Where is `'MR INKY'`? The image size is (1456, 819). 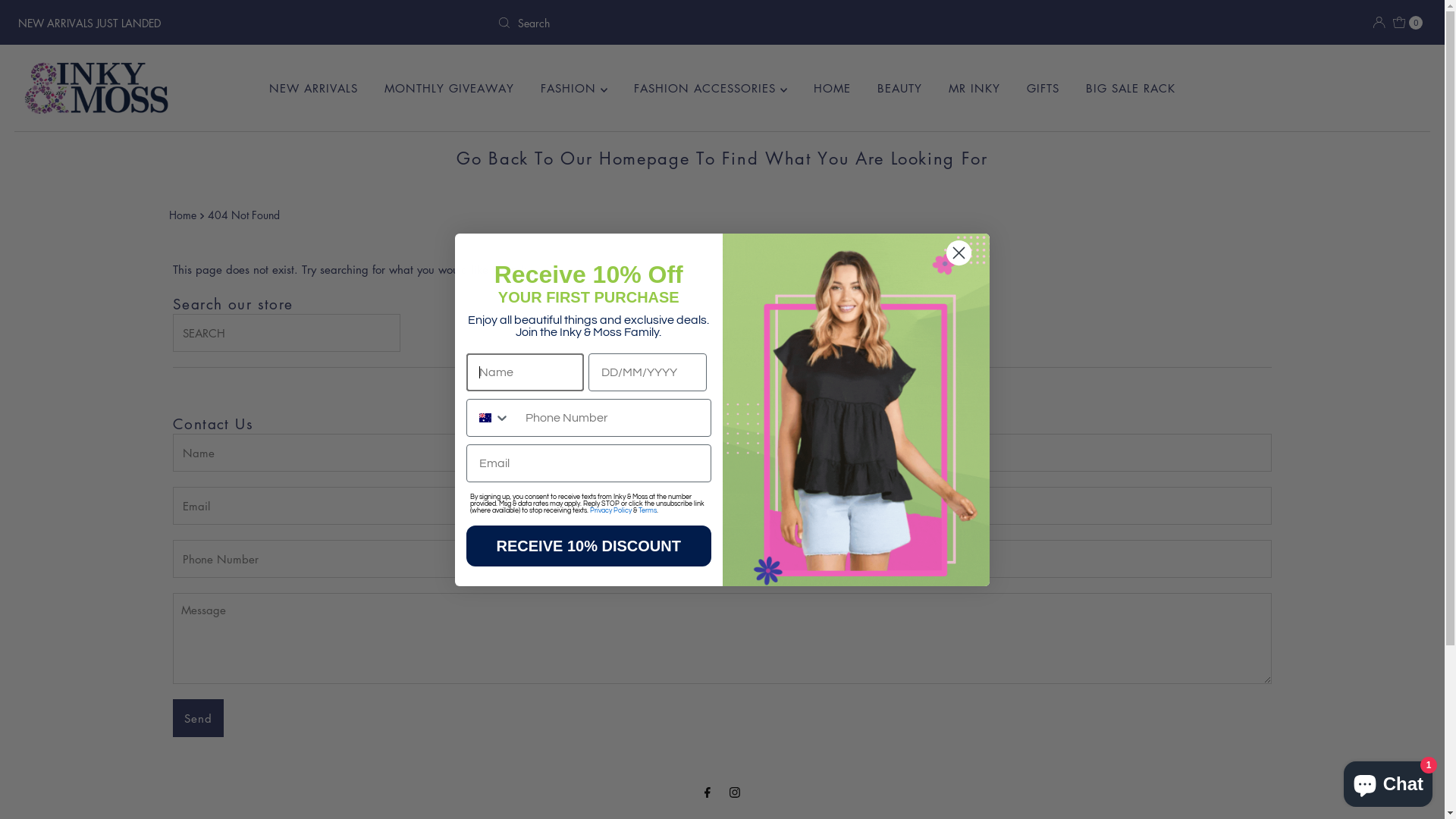 'MR INKY' is located at coordinates (974, 87).